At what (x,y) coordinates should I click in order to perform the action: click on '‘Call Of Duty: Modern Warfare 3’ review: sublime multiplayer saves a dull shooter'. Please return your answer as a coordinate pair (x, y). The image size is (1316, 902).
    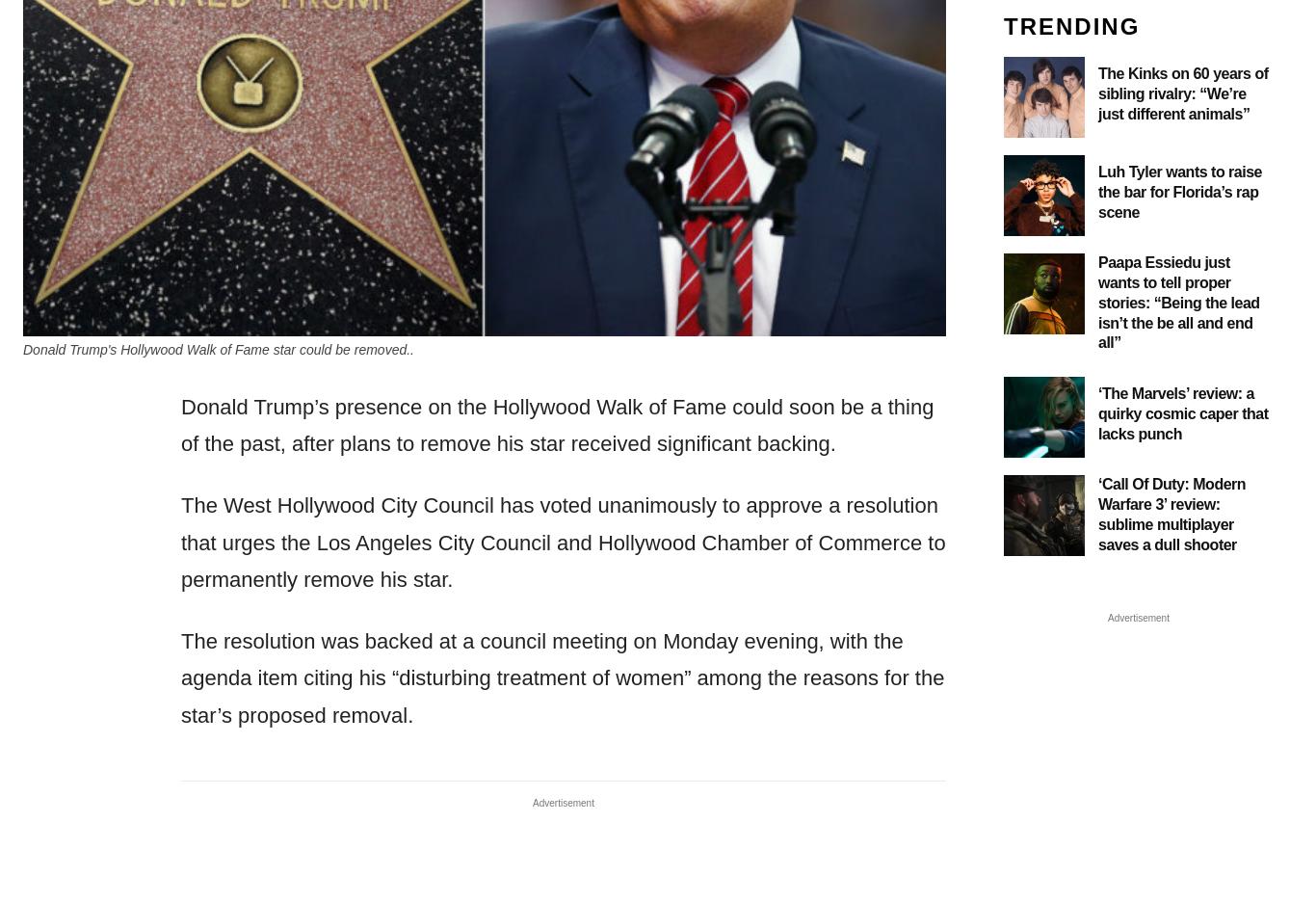
    Looking at the image, I should click on (1171, 514).